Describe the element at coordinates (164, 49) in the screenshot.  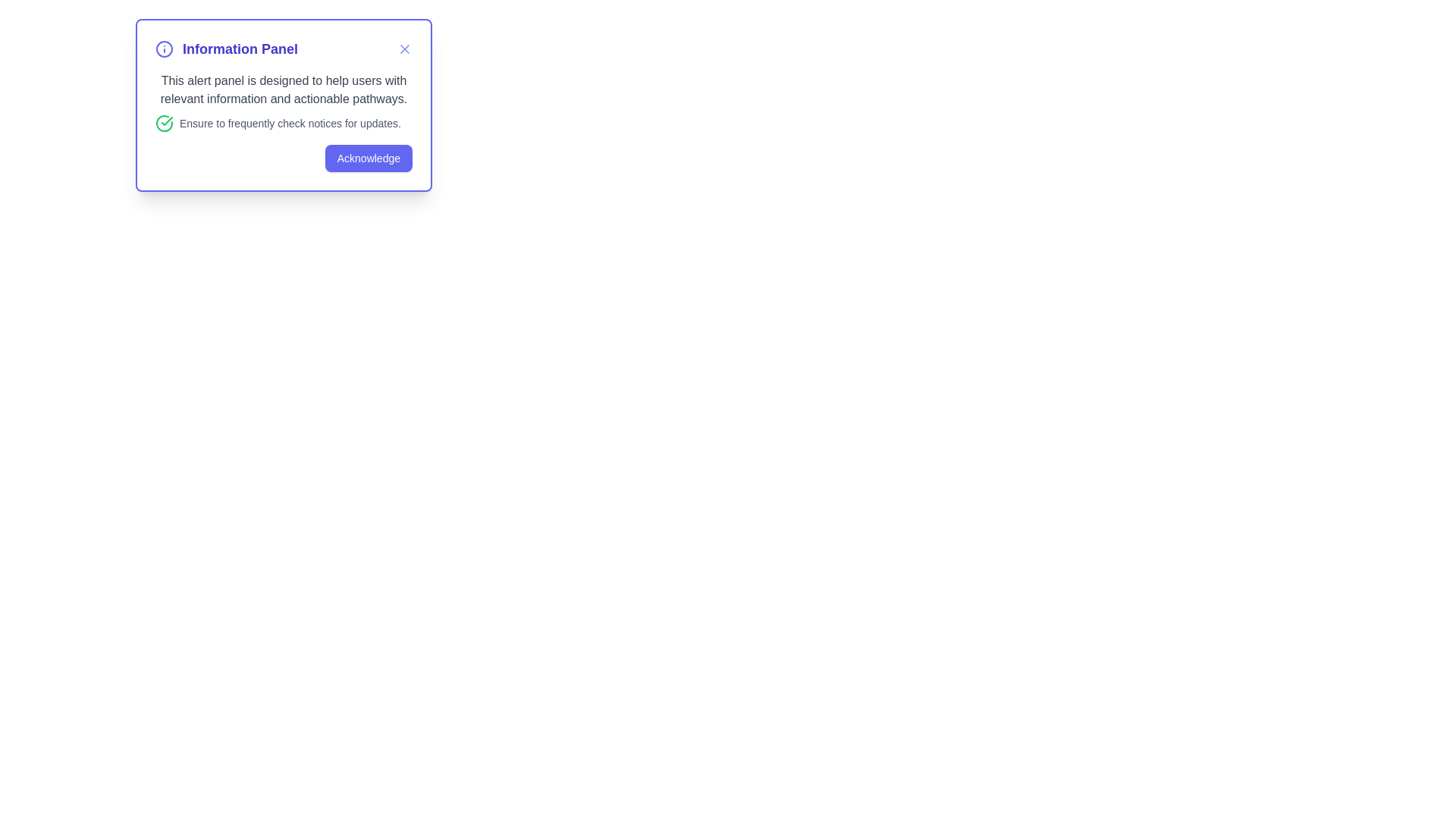
I see `the appearance of the informational icon located at the top-left corner of the alert box, next to the 'Information Panel' text` at that location.